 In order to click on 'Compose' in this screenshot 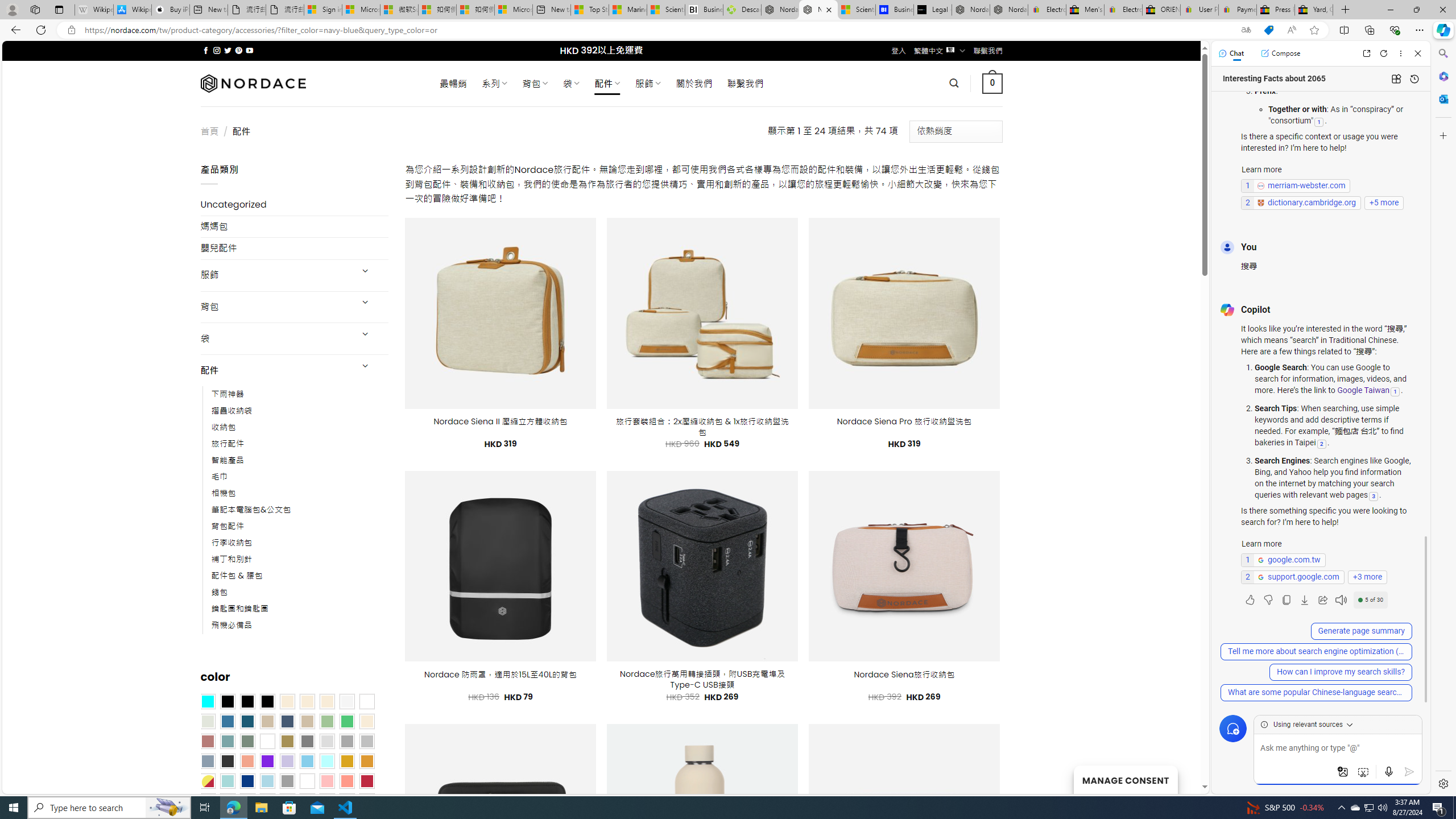, I will do `click(1280, 52)`.